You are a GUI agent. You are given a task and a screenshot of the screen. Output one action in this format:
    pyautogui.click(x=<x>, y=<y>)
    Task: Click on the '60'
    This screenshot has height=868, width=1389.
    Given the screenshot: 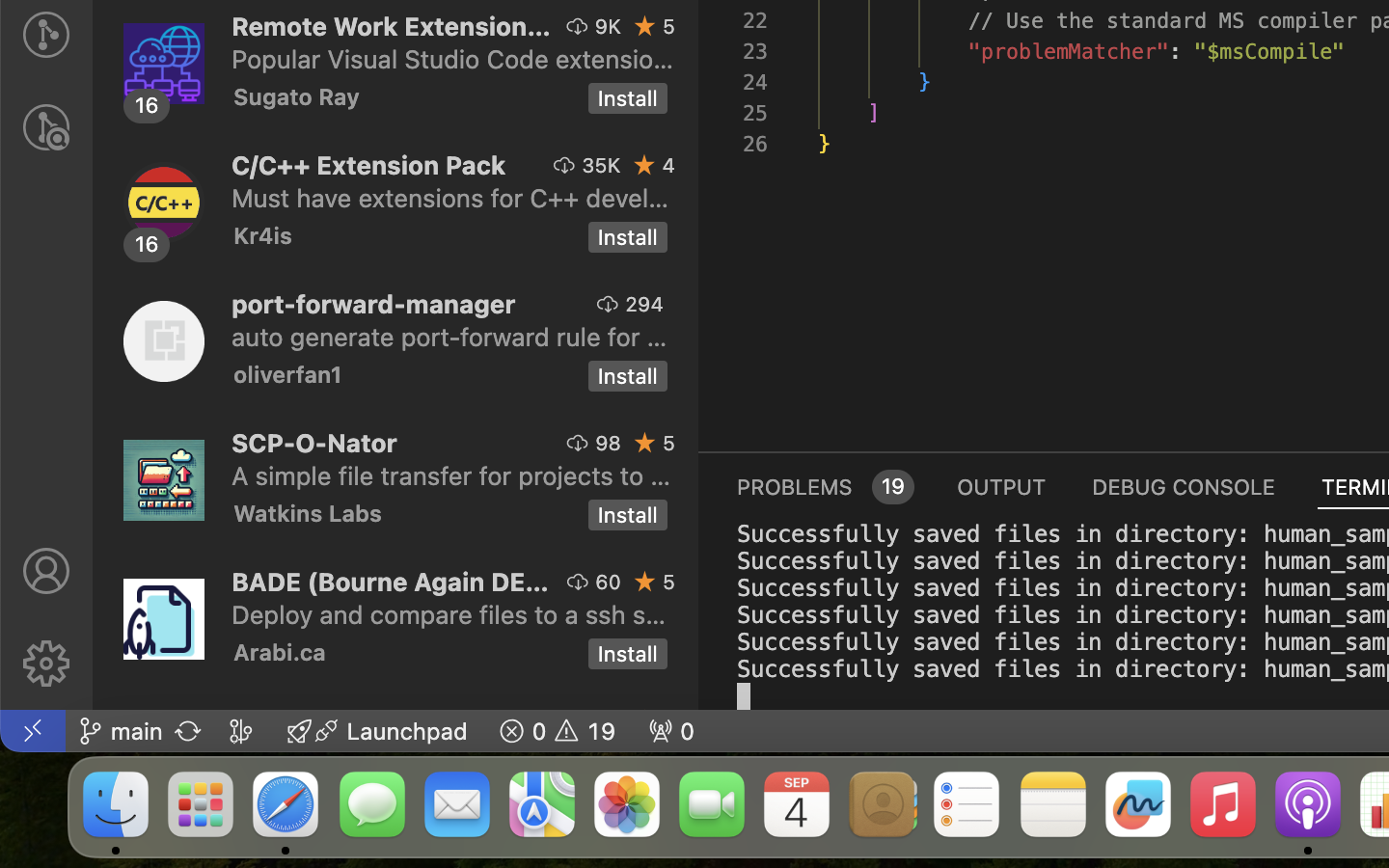 What is the action you would take?
    pyautogui.click(x=608, y=582)
    